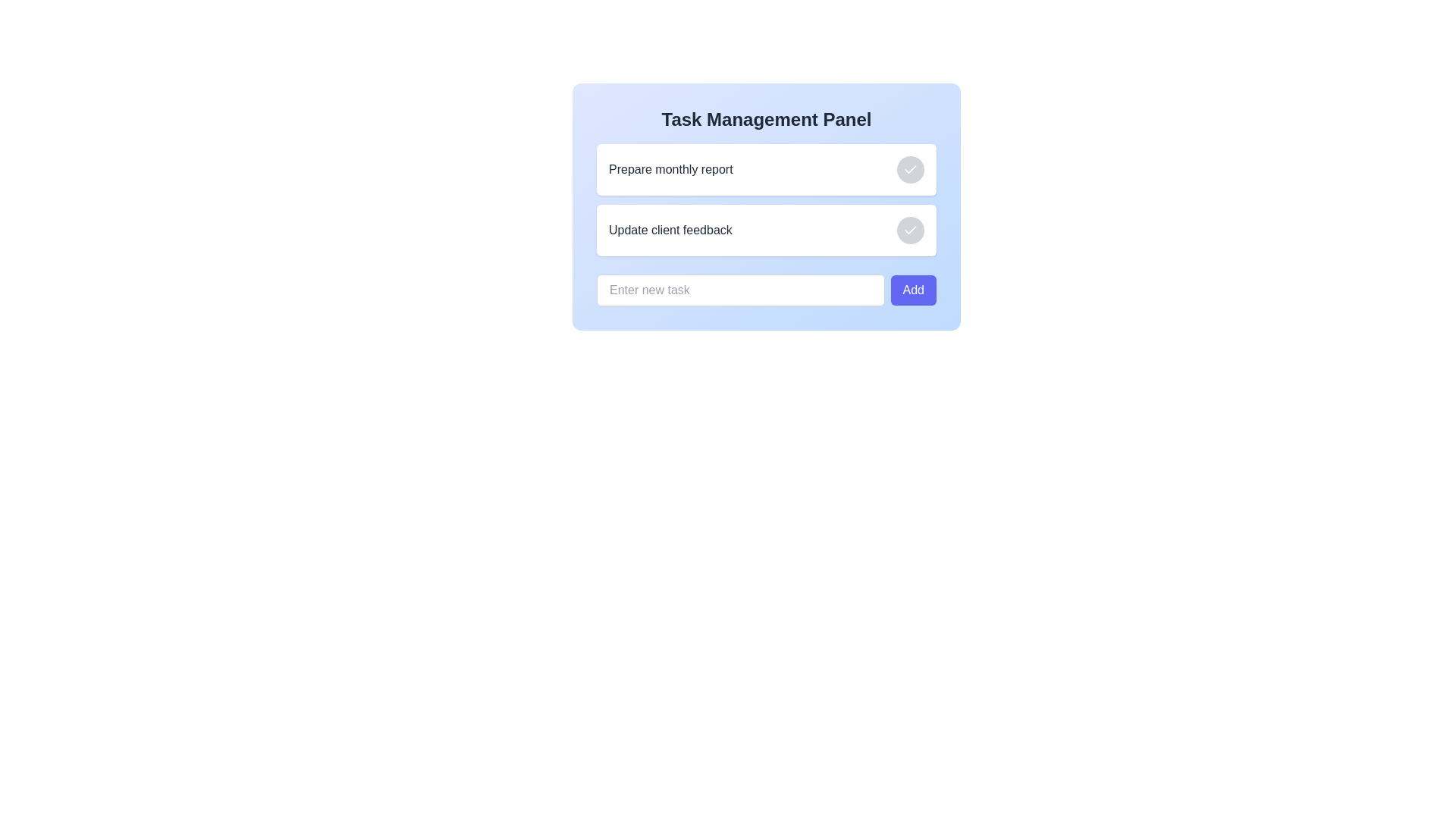 The image size is (1456, 819). Describe the element at coordinates (767, 119) in the screenshot. I see `the text header labeled 'Task Management Panel', which is prominently displayed in bold, large dark gray font at the top of the panel` at that location.